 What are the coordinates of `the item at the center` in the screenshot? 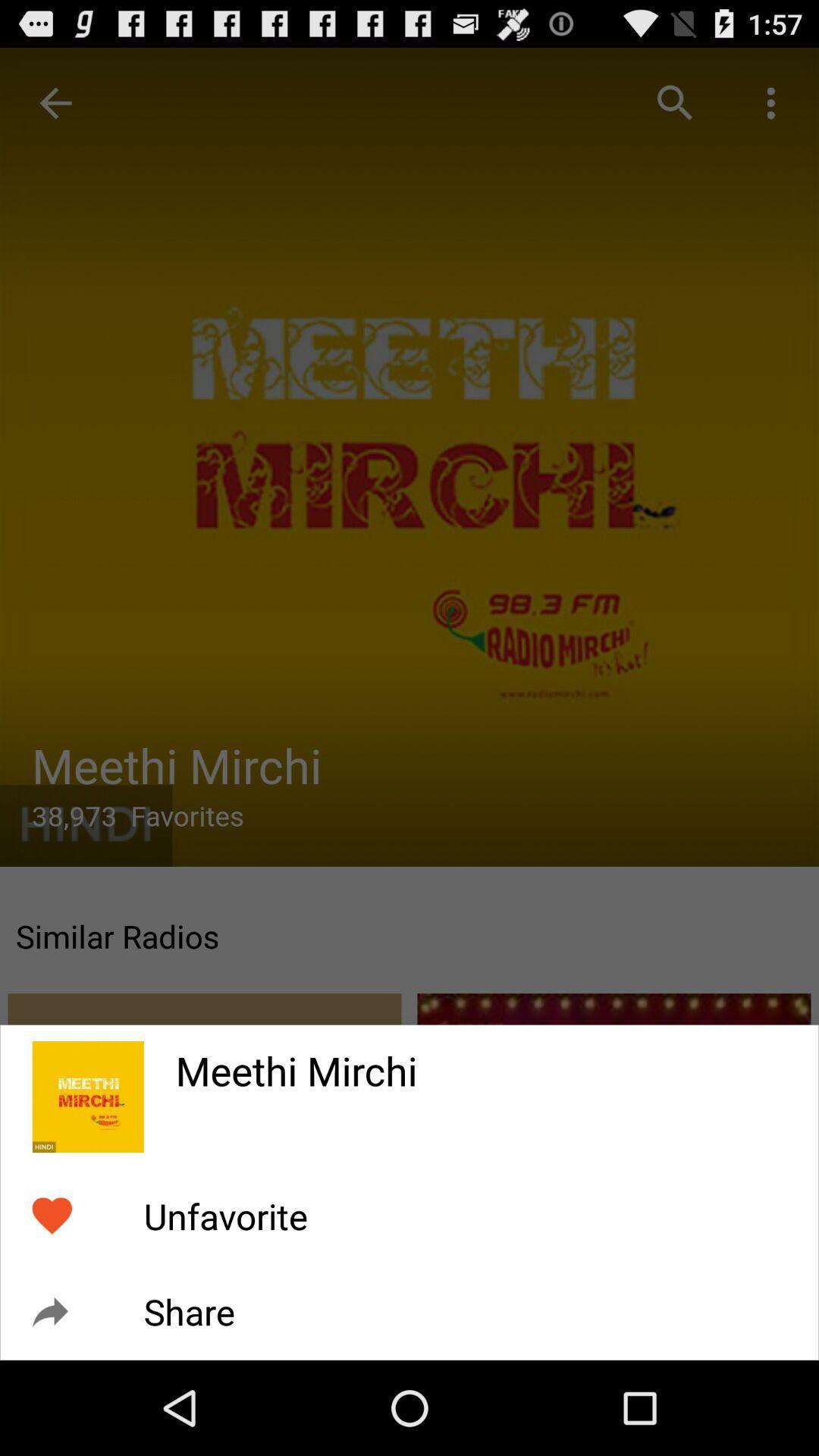 It's located at (409, 679).